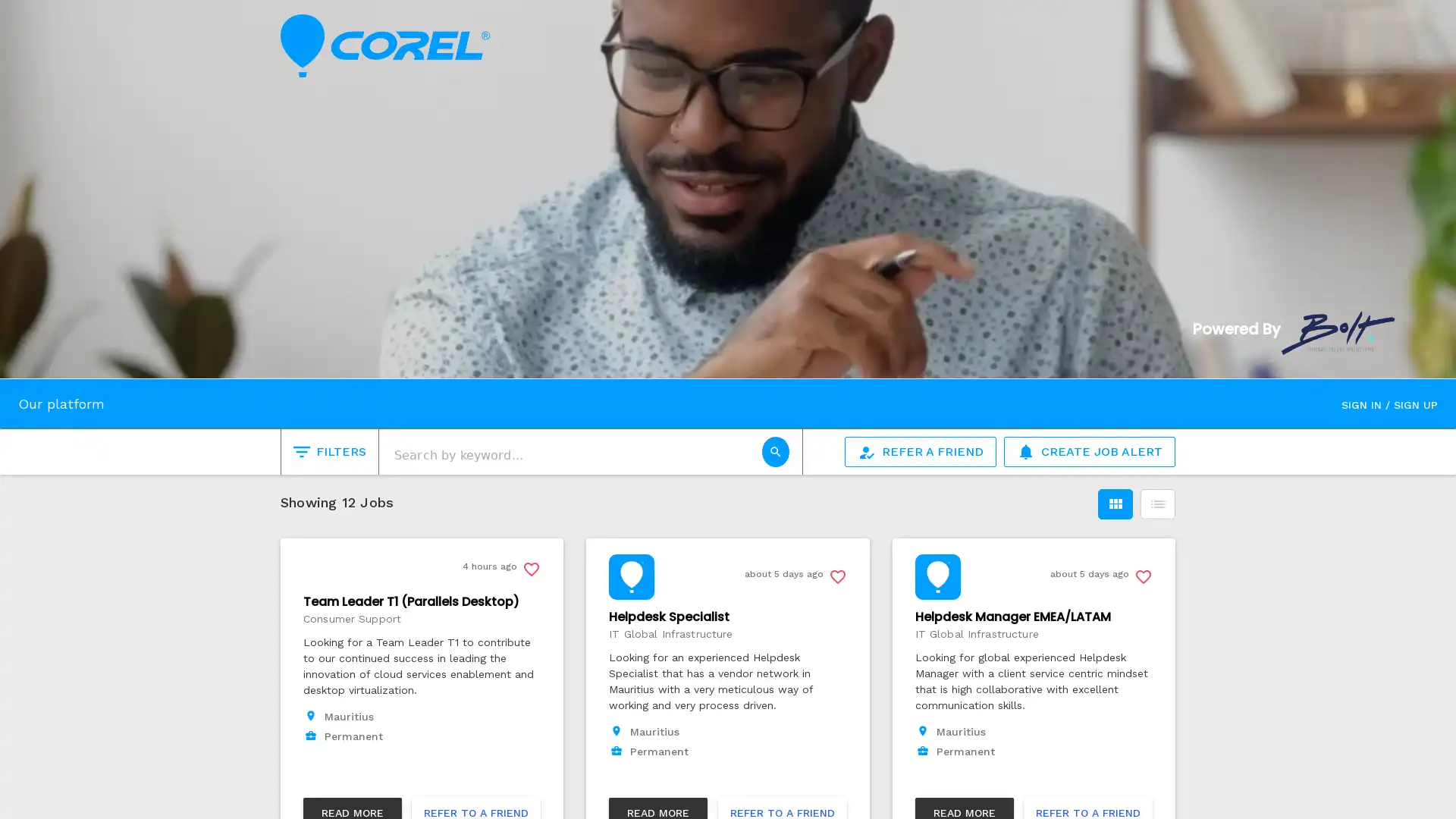 Image resolution: width=1456 pixels, height=819 pixels. I want to click on SIGN IN / SIGN UP, so click(1389, 403).